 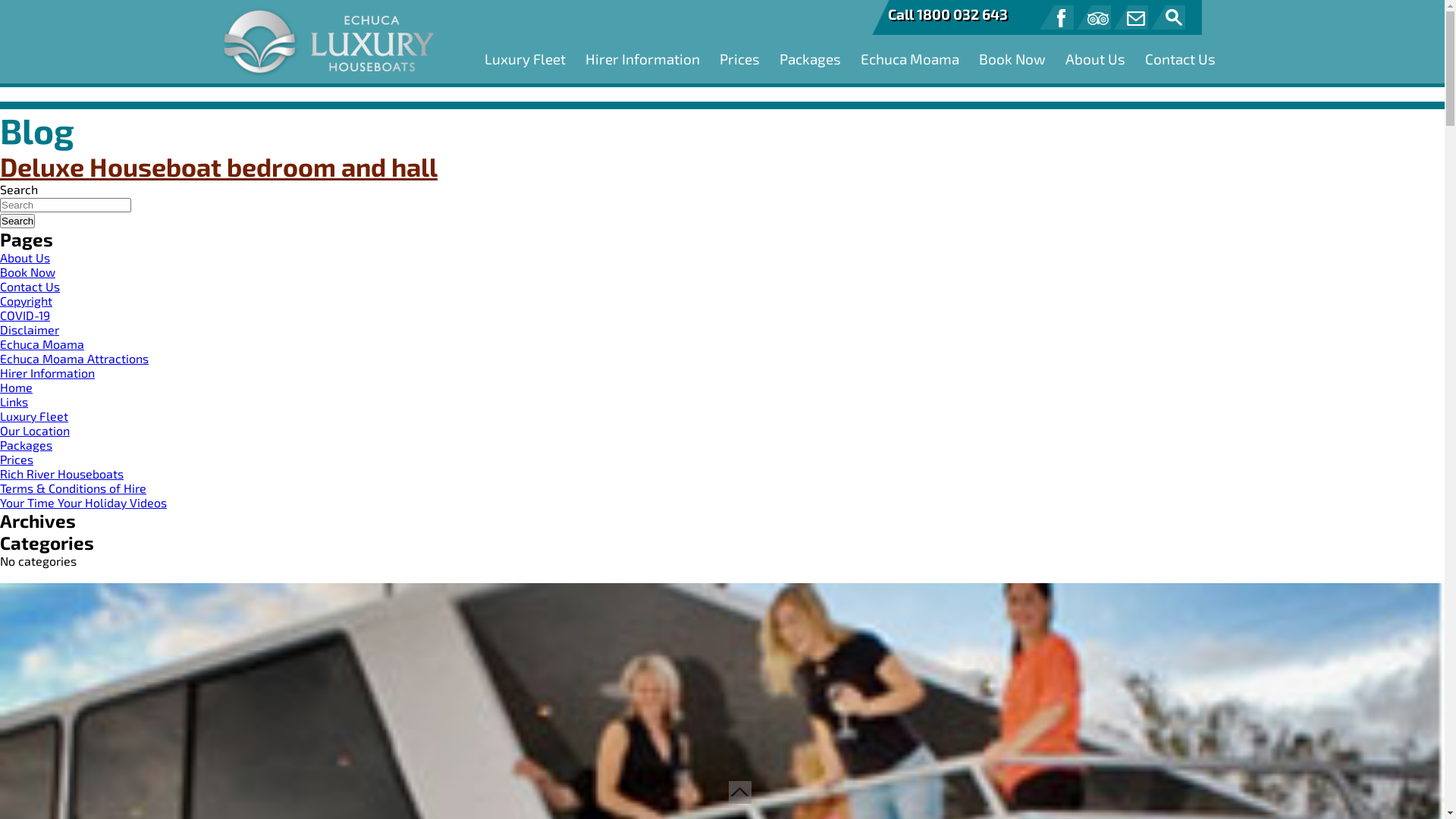 I want to click on 'Prices', so click(x=17, y=458).